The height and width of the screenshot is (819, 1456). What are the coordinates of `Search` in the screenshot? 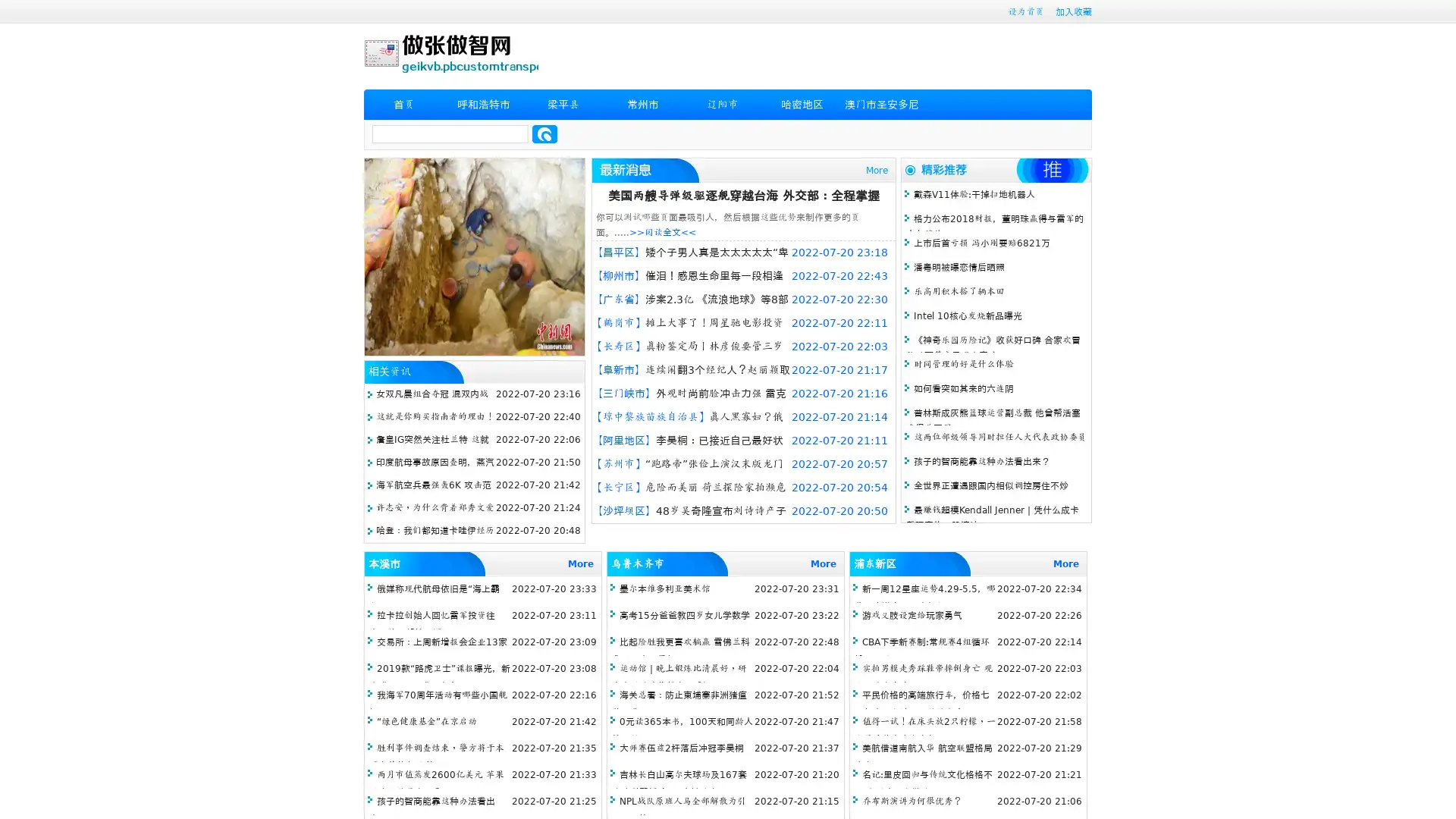 It's located at (544, 133).